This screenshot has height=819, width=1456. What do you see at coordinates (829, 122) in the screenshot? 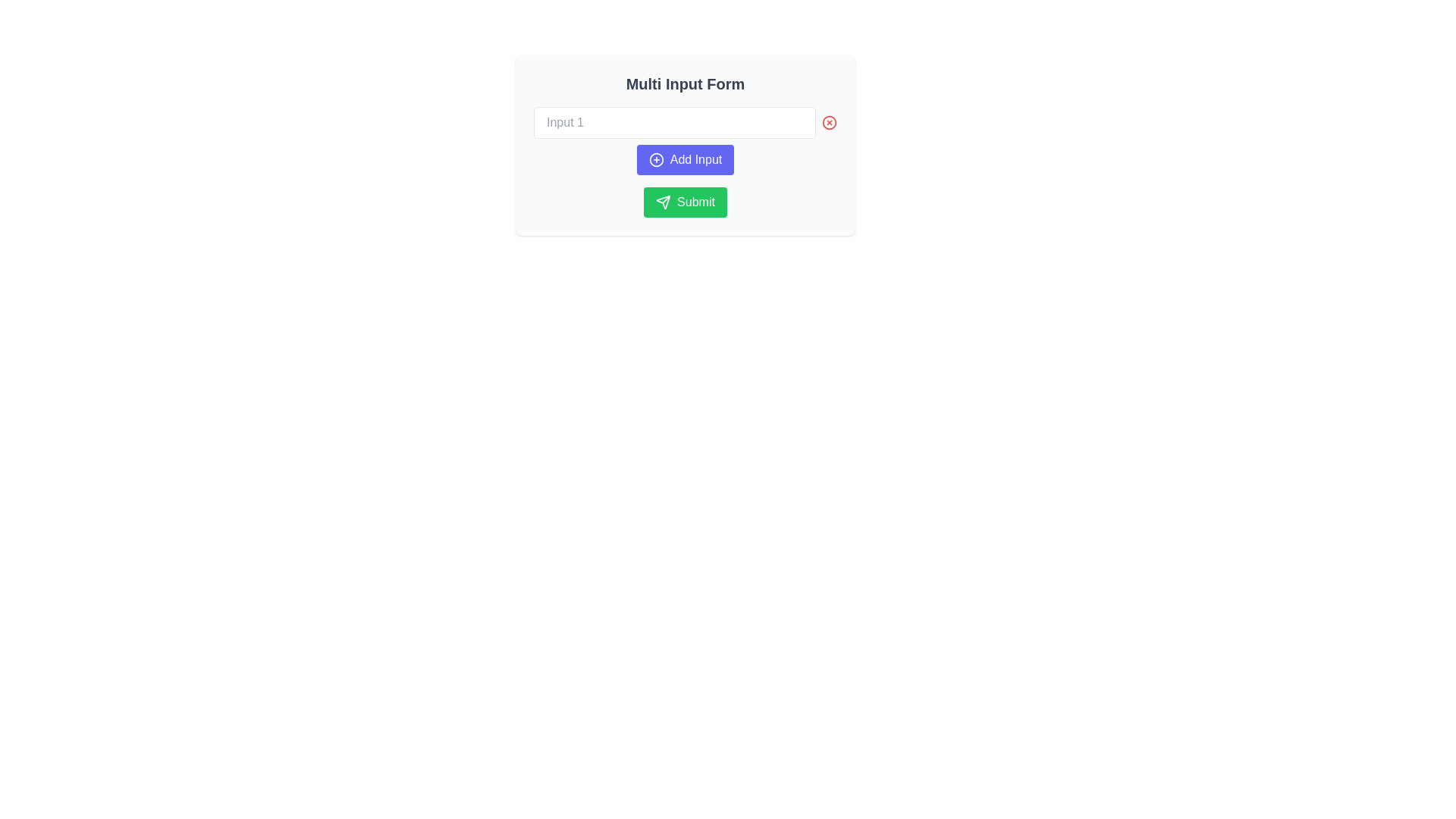
I see `the 'clear' button located to the right of the input field labeled 'Input 1' to clear the input field content` at bounding box center [829, 122].